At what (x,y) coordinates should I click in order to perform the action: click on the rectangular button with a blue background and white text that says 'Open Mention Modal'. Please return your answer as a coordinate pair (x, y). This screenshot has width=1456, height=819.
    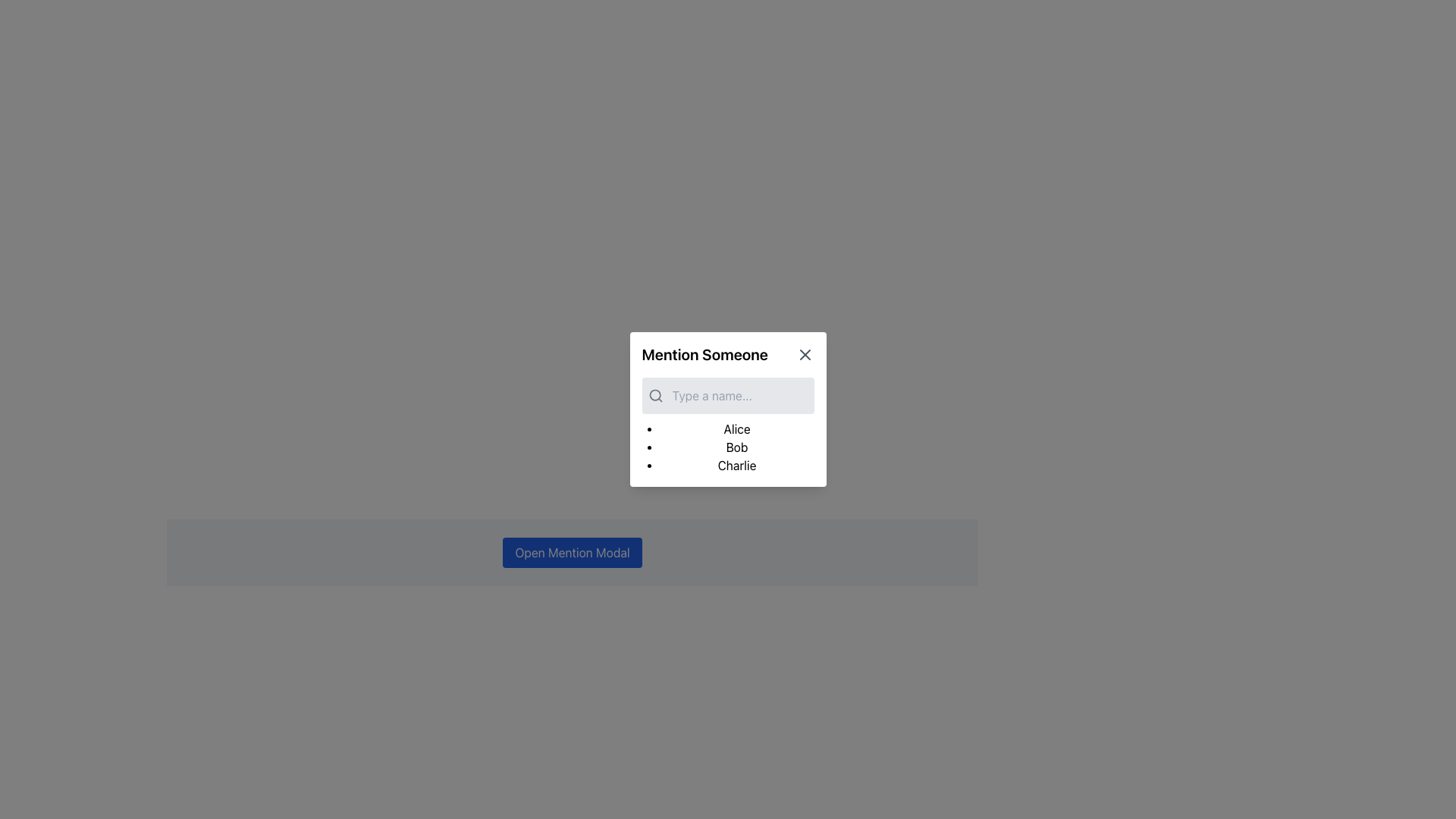
    Looking at the image, I should click on (571, 553).